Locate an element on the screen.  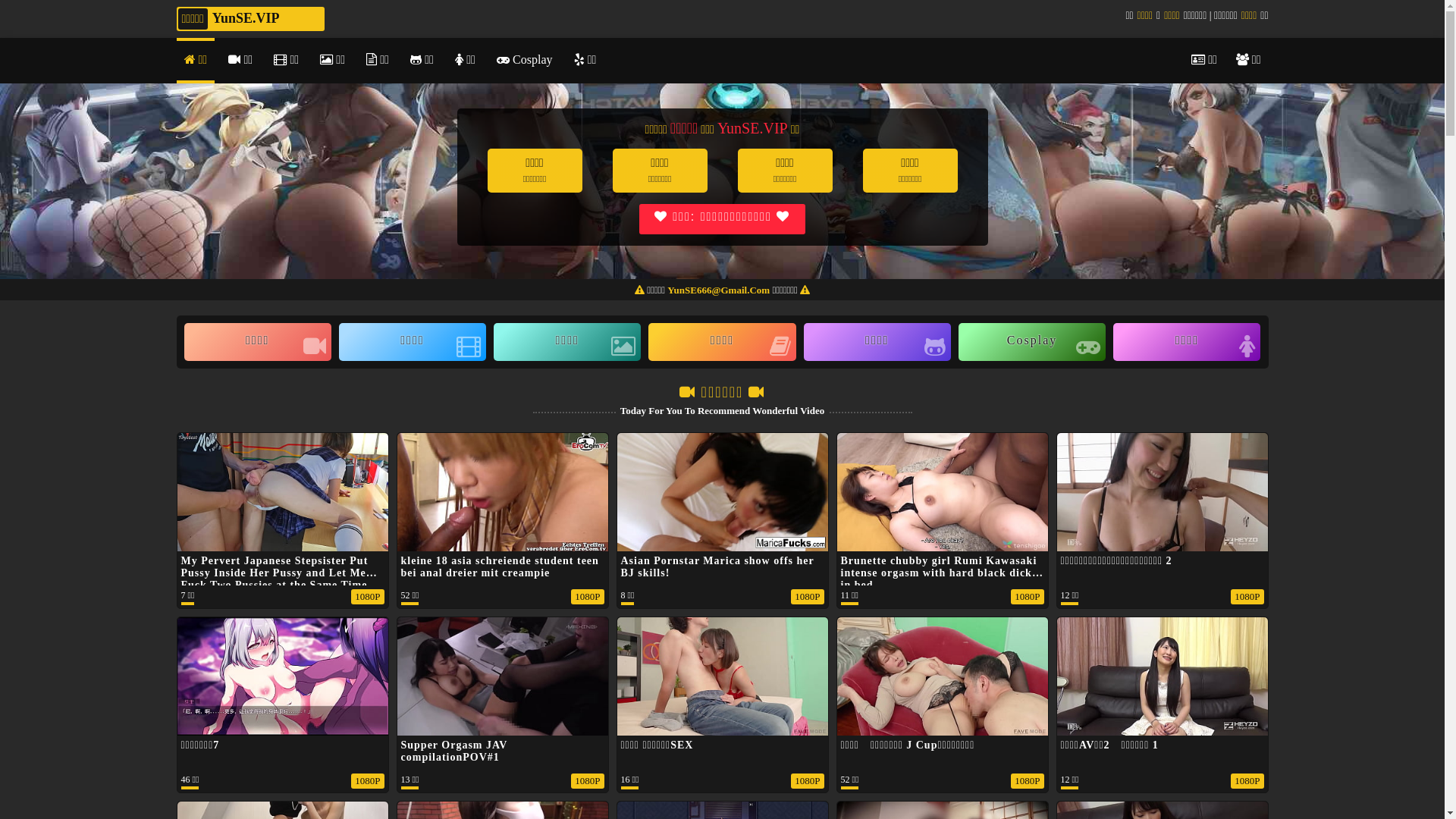
'Supper Orgasm JAV compilationPOV#1' is located at coordinates (502, 732).